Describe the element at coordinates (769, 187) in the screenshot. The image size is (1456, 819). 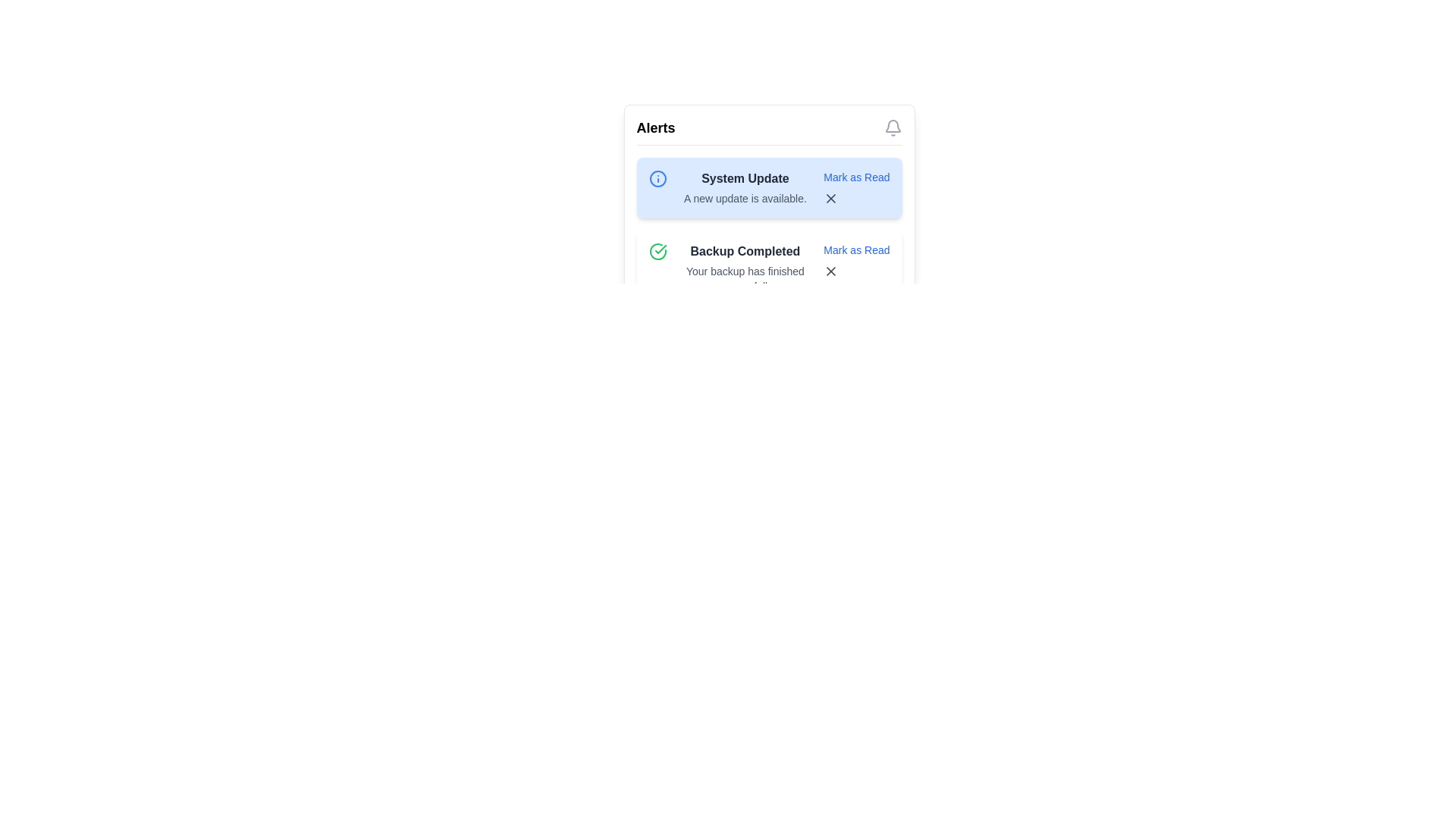
I see `the first notification card in the notifications list to read the update information provided` at that location.